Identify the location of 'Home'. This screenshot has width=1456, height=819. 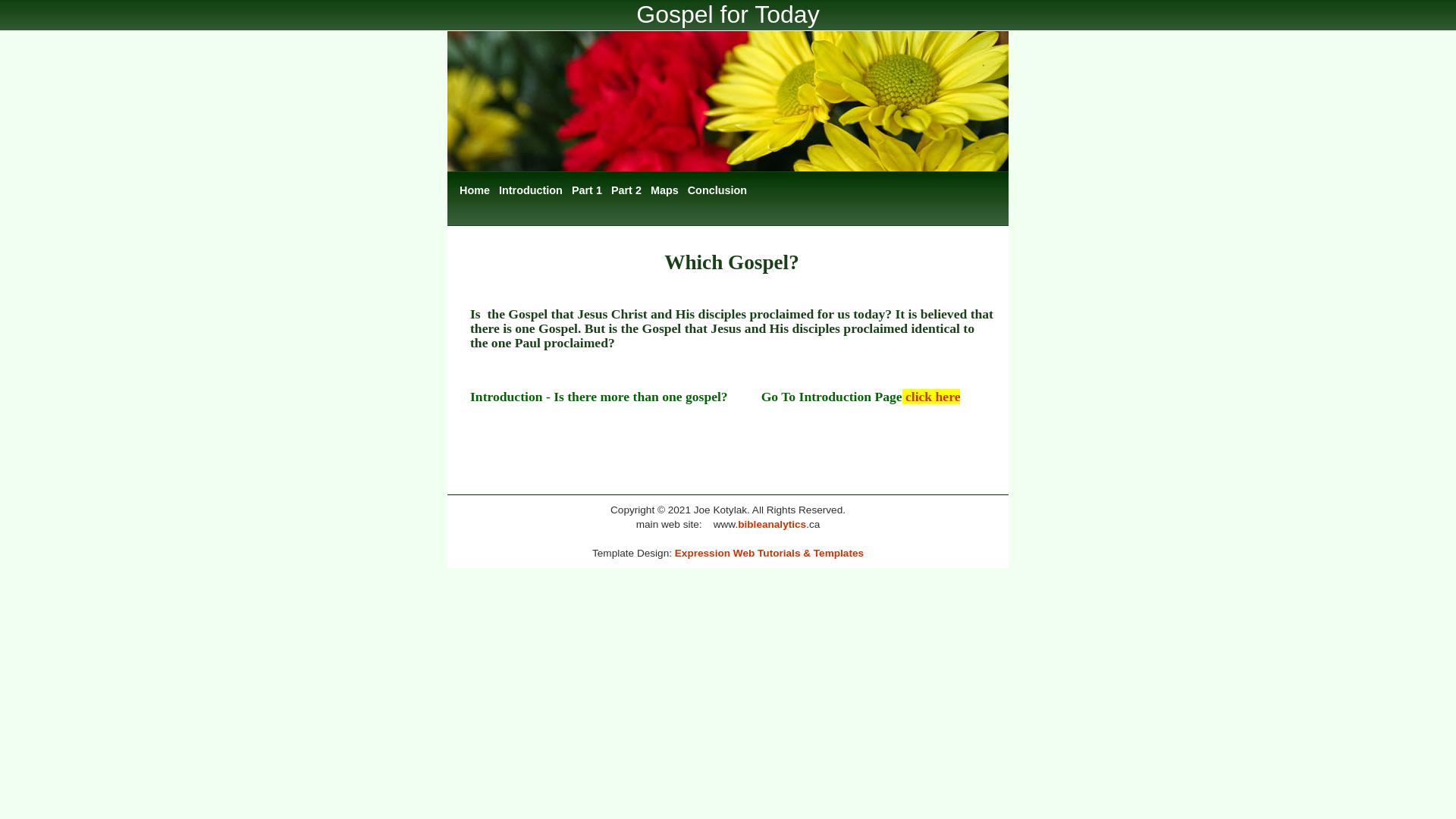
(473, 190).